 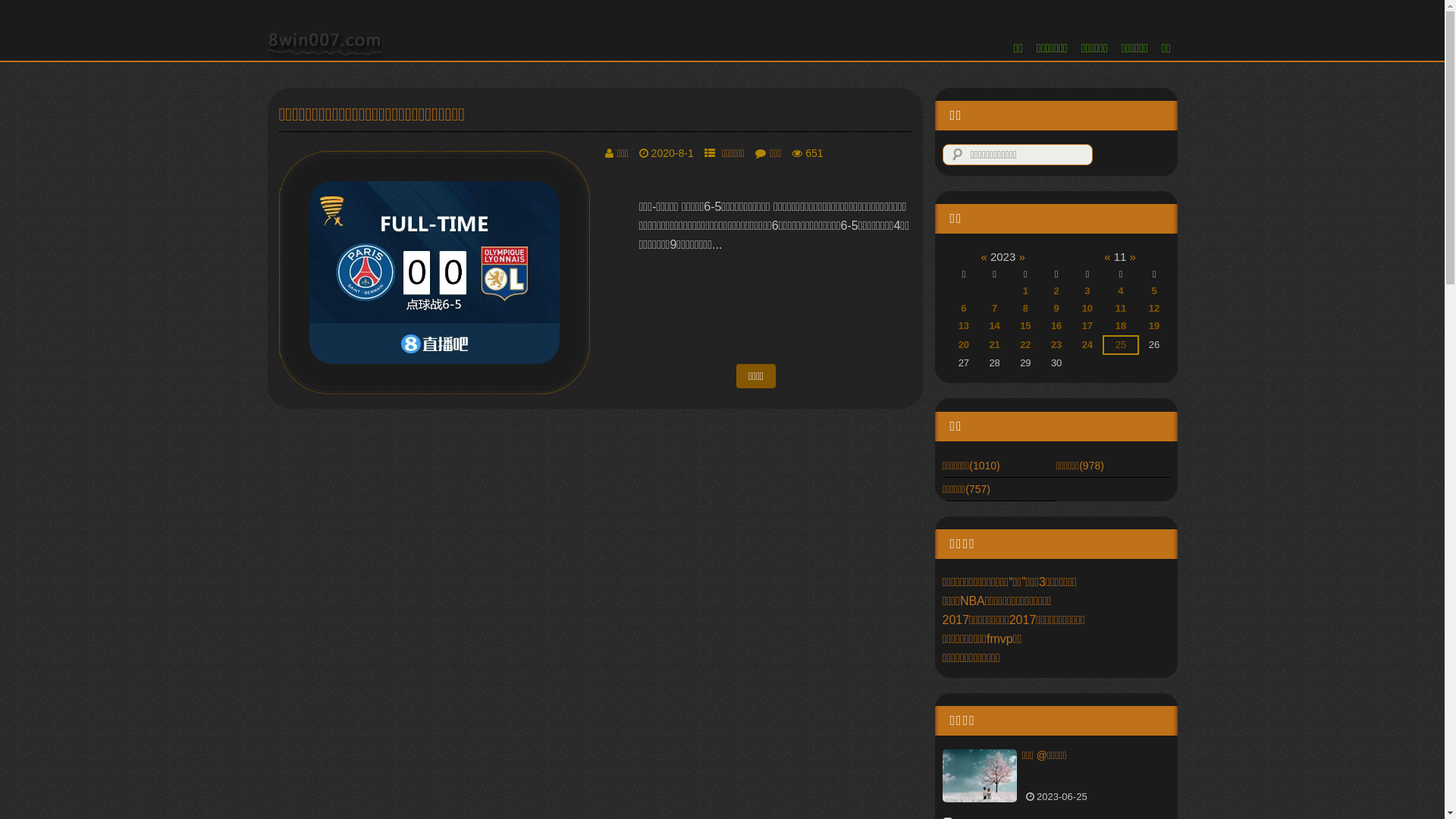 What do you see at coordinates (1153, 290) in the screenshot?
I see `'5'` at bounding box center [1153, 290].